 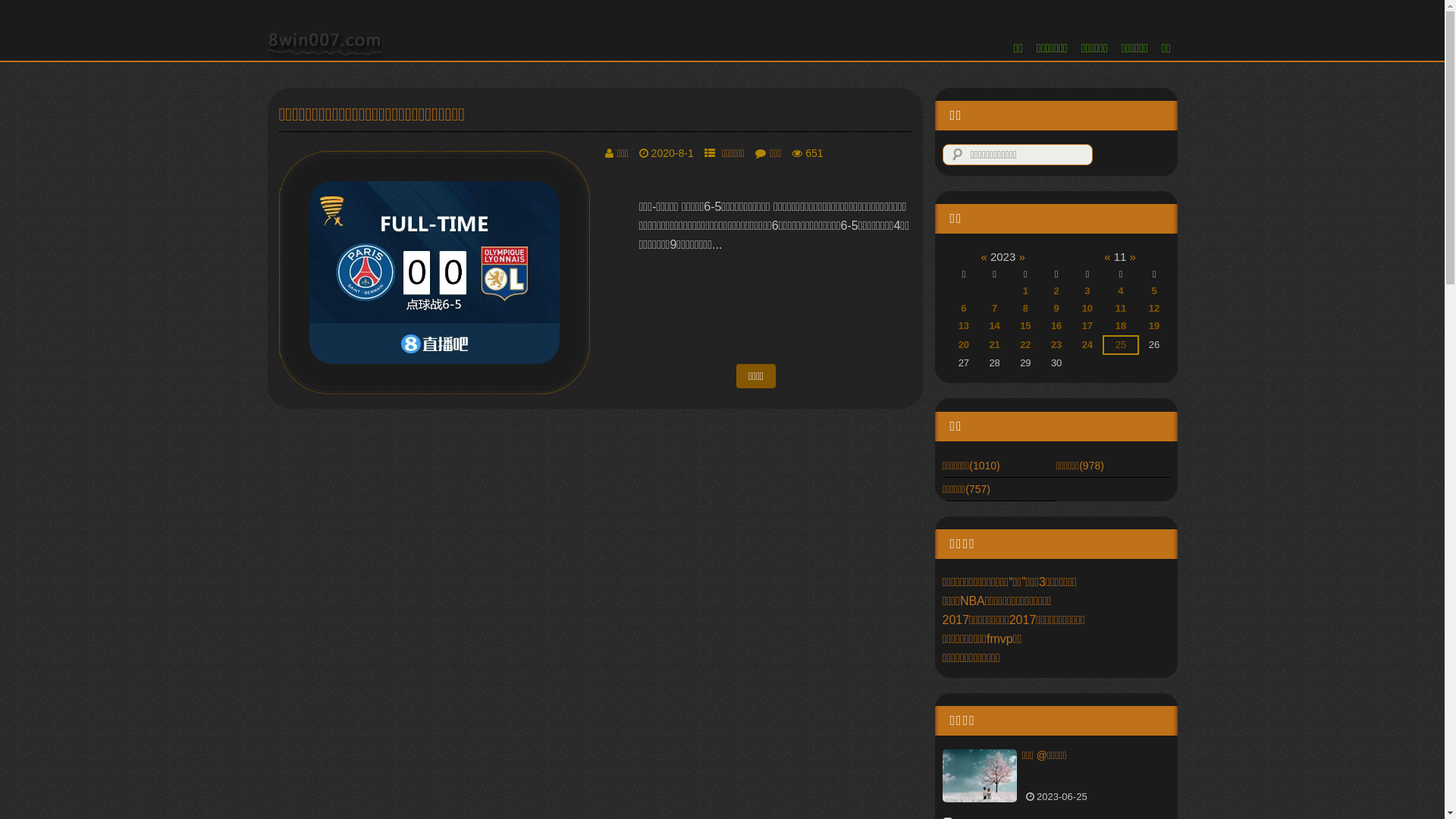 What do you see at coordinates (1153, 290) in the screenshot?
I see `'5'` at bounding box center [1153, 290].